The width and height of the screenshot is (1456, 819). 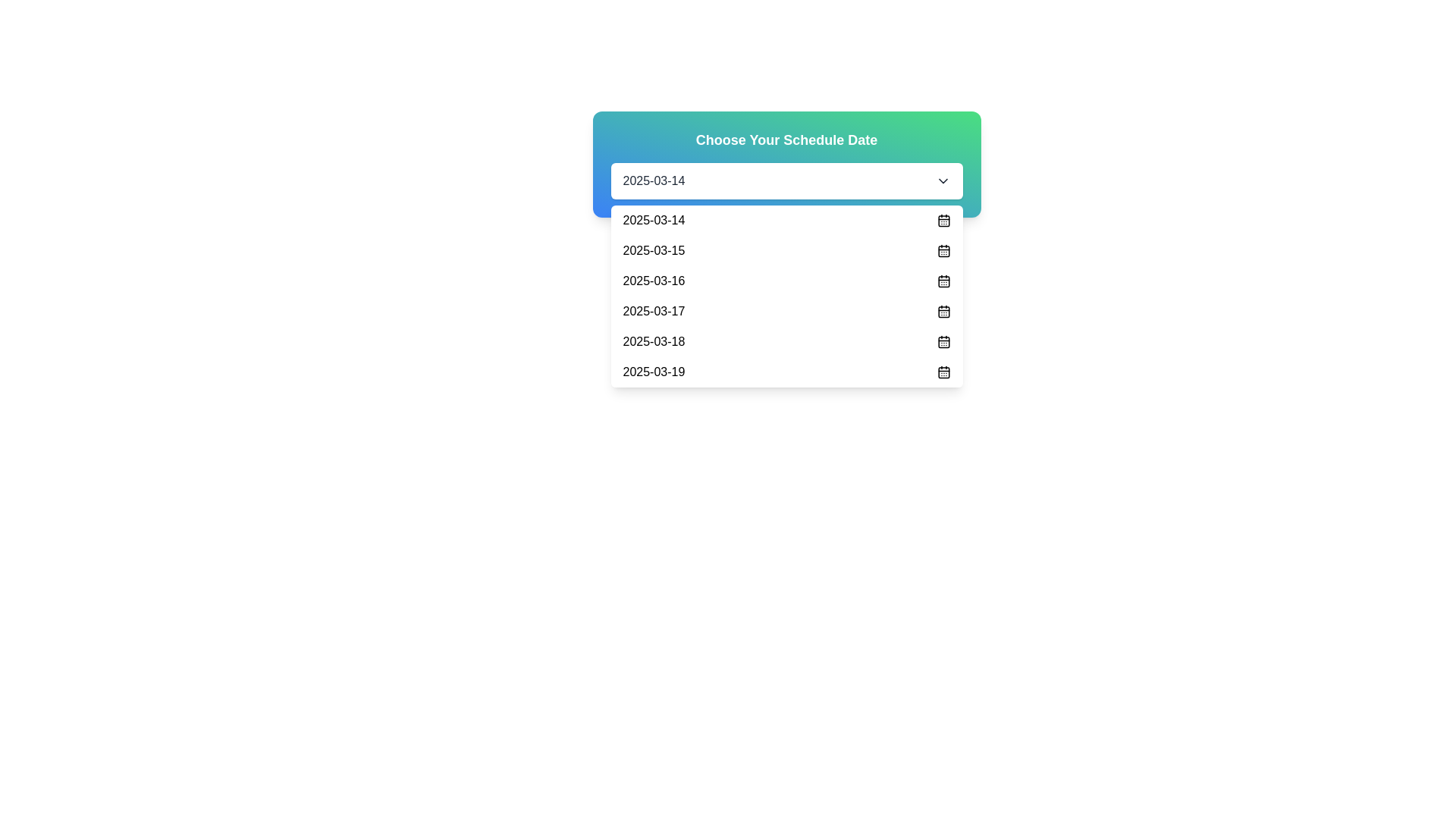 I want to click on the selectable date option '2025-03-17' in the dropdown menu, so click(x=654, y=311).